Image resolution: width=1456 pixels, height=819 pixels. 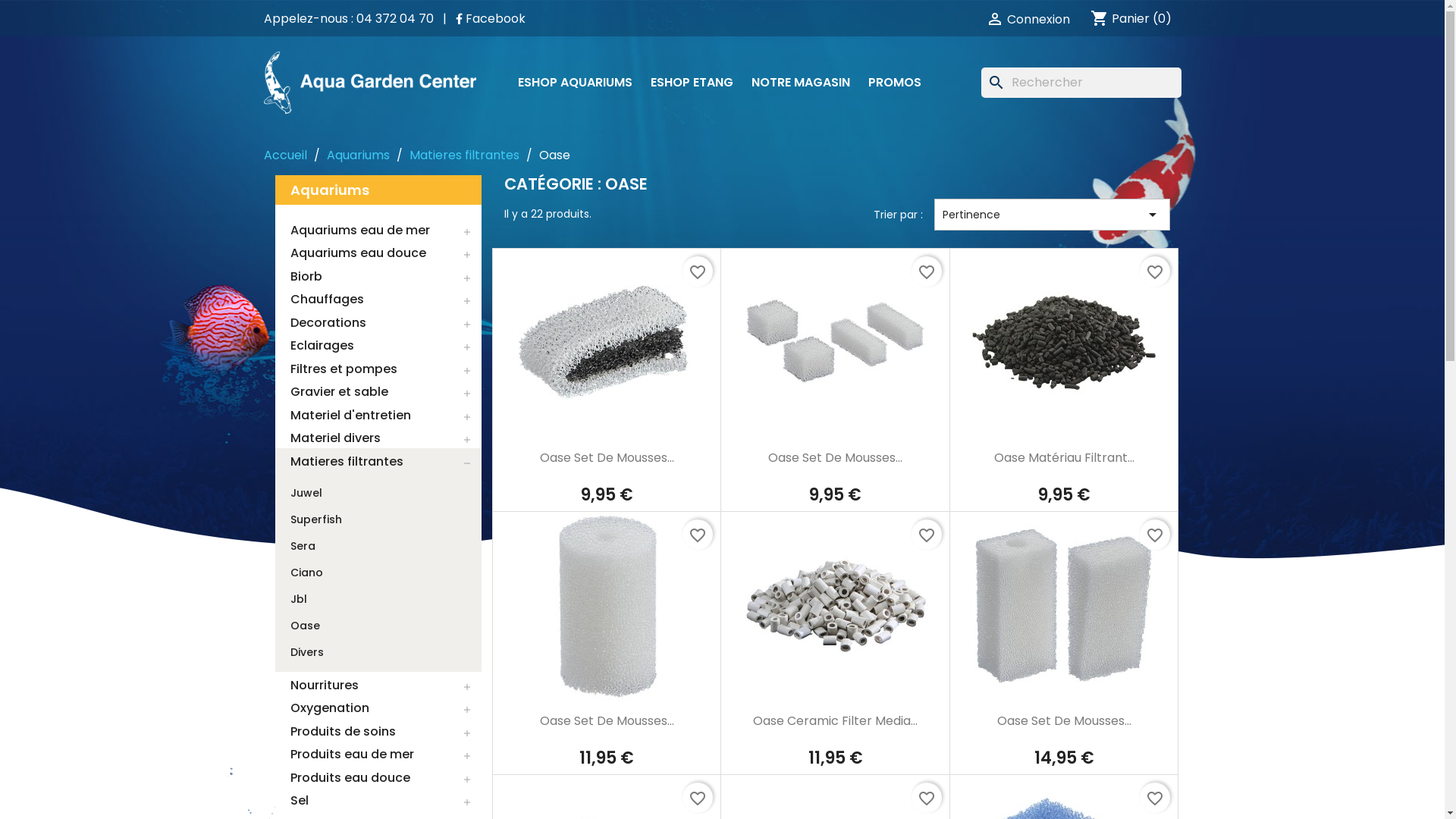 What do you see at coordinates (378, 189) in the screenshot?
I see `'Aquariums'` at bounding box center [378, 189].